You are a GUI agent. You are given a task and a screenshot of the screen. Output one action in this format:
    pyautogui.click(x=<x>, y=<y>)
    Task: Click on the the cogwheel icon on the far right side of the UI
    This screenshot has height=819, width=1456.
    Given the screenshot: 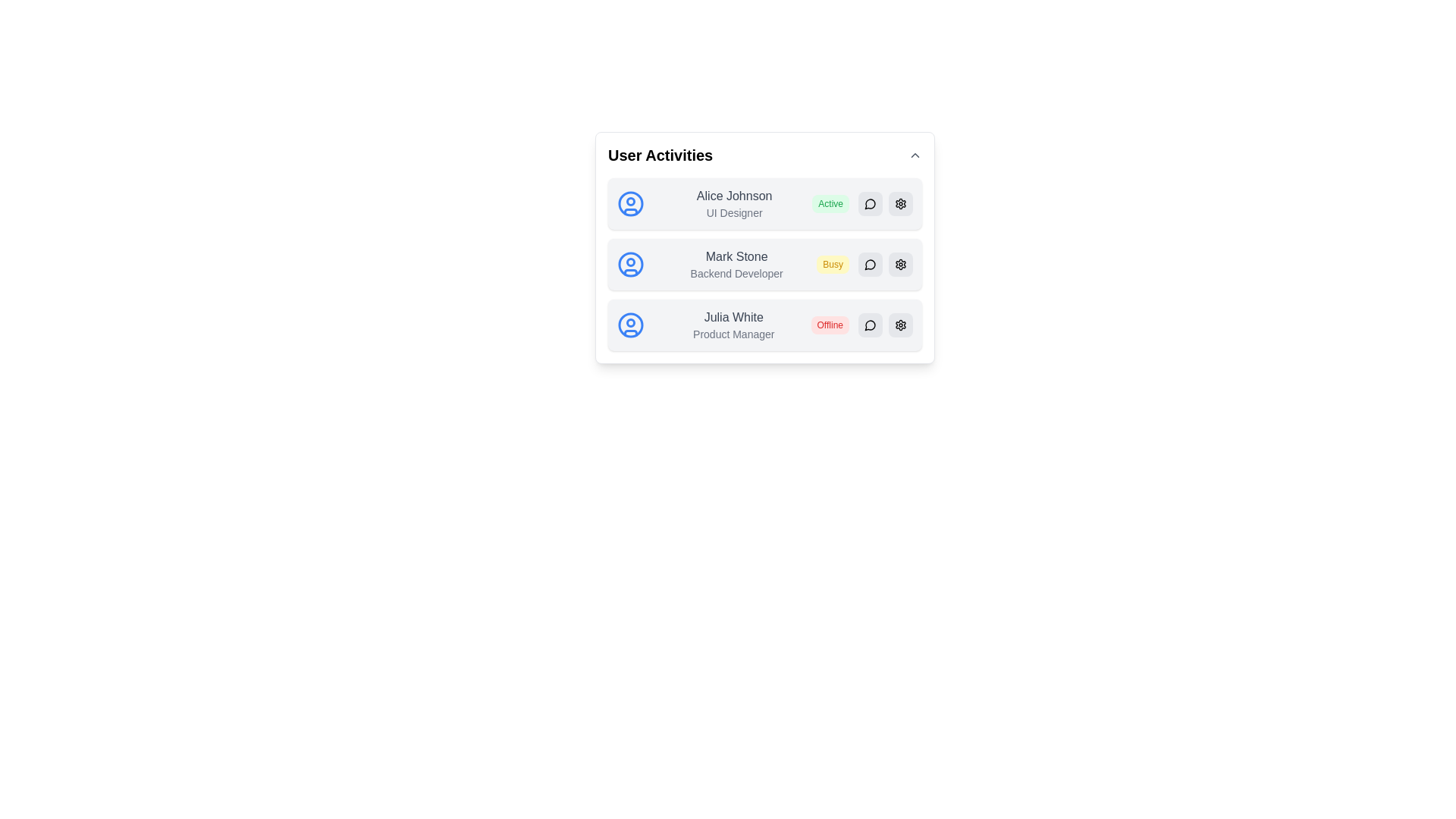 What is the action you would take?
    pyautogui.click(x=901, y=263)
    